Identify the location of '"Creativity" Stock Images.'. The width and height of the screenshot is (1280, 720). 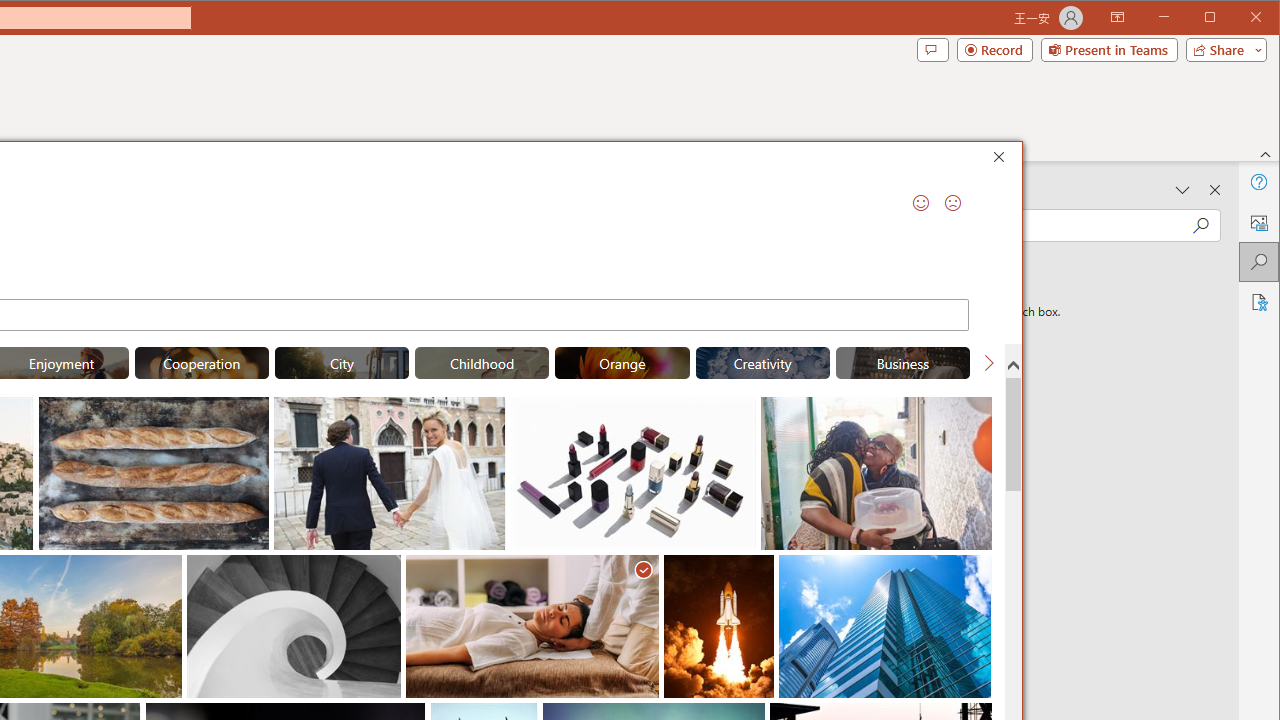
(761, 362).